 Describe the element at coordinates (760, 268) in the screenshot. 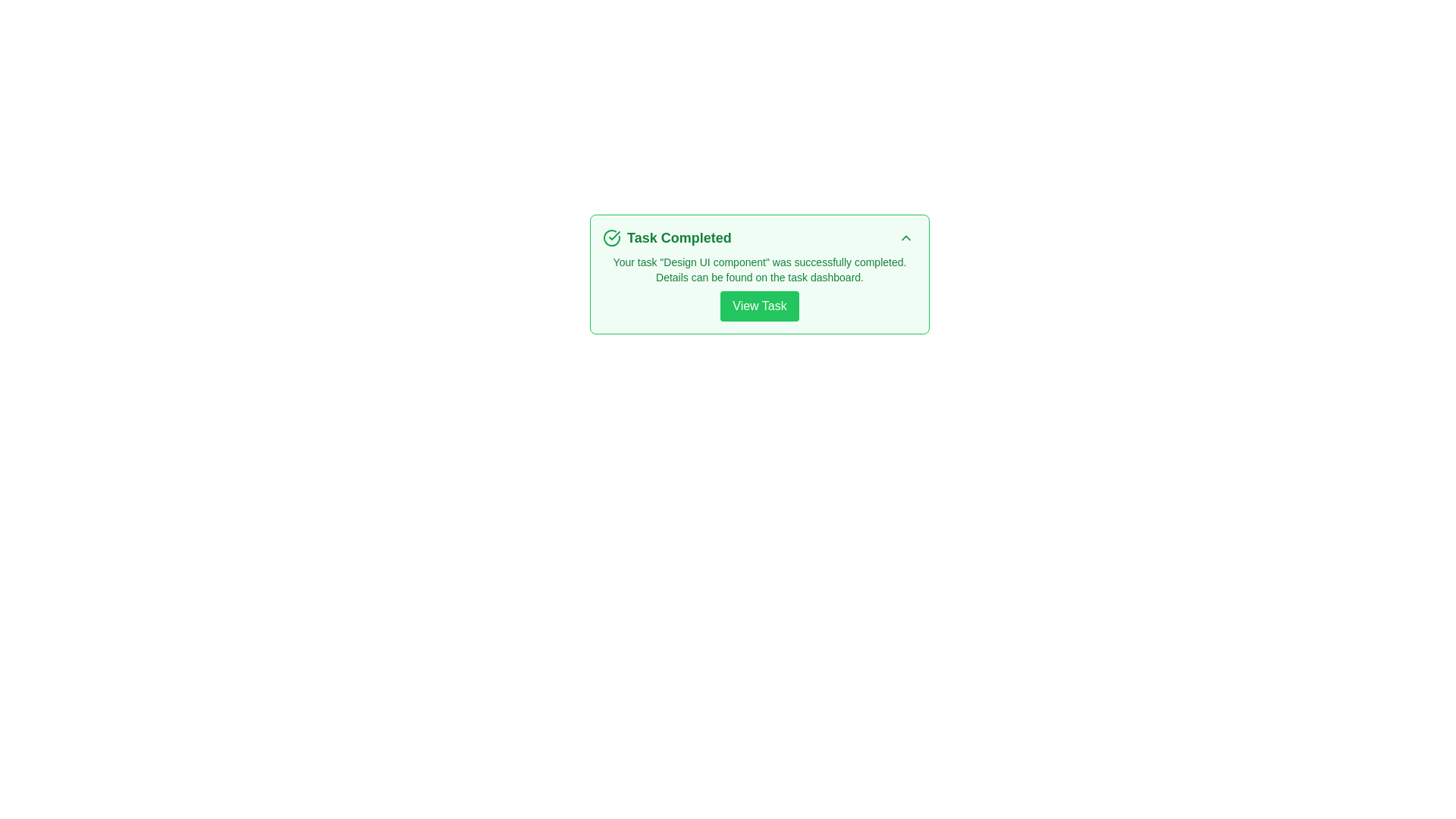

I see `the text block that states 'Your task "Design UI component" was successfully completed. Details can be found on the task dashboard.' within the light green notification box` at that location.